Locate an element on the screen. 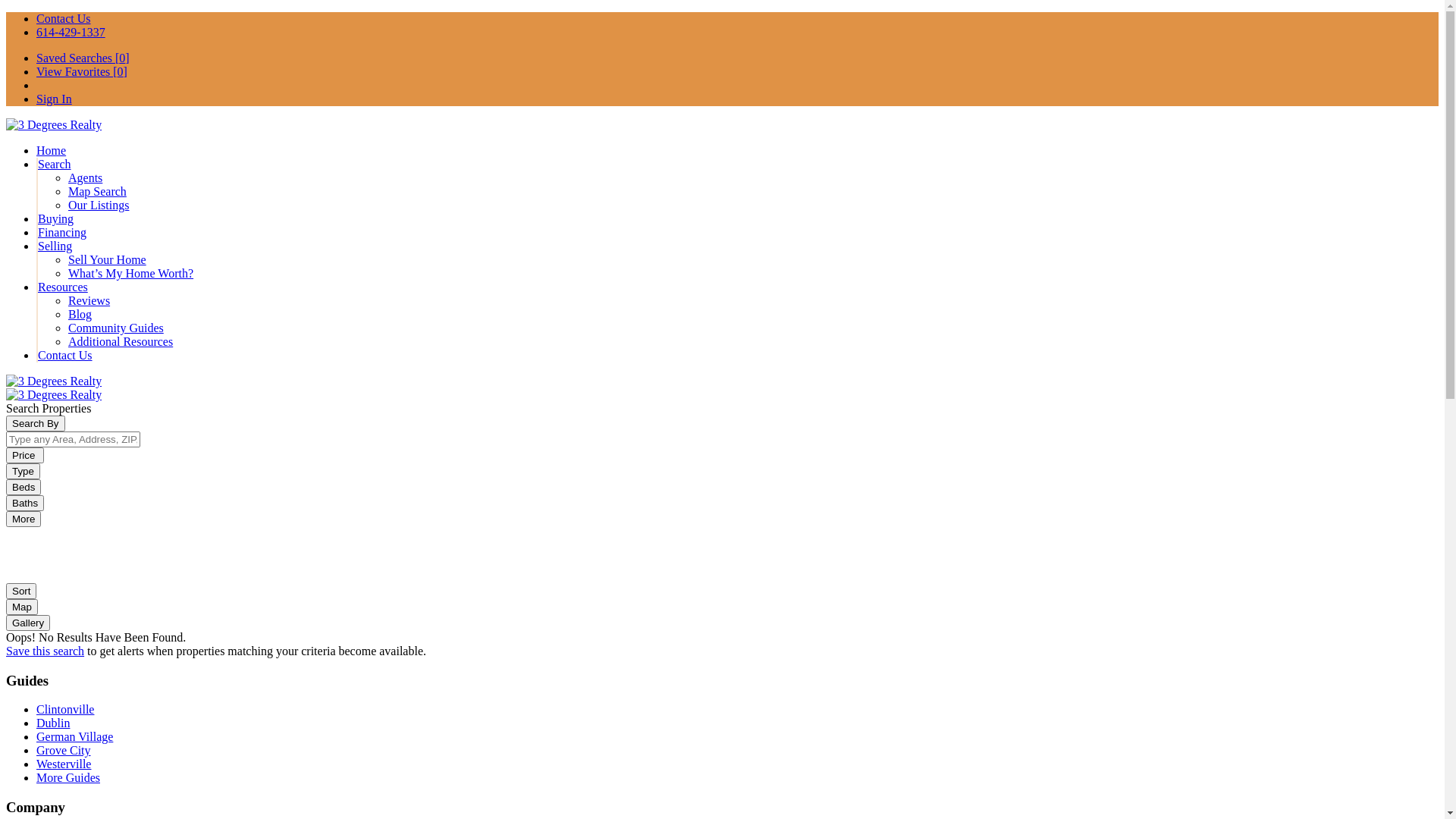 The image size is (1456, 819). 'Beds' is located at coordinates (23, 487).